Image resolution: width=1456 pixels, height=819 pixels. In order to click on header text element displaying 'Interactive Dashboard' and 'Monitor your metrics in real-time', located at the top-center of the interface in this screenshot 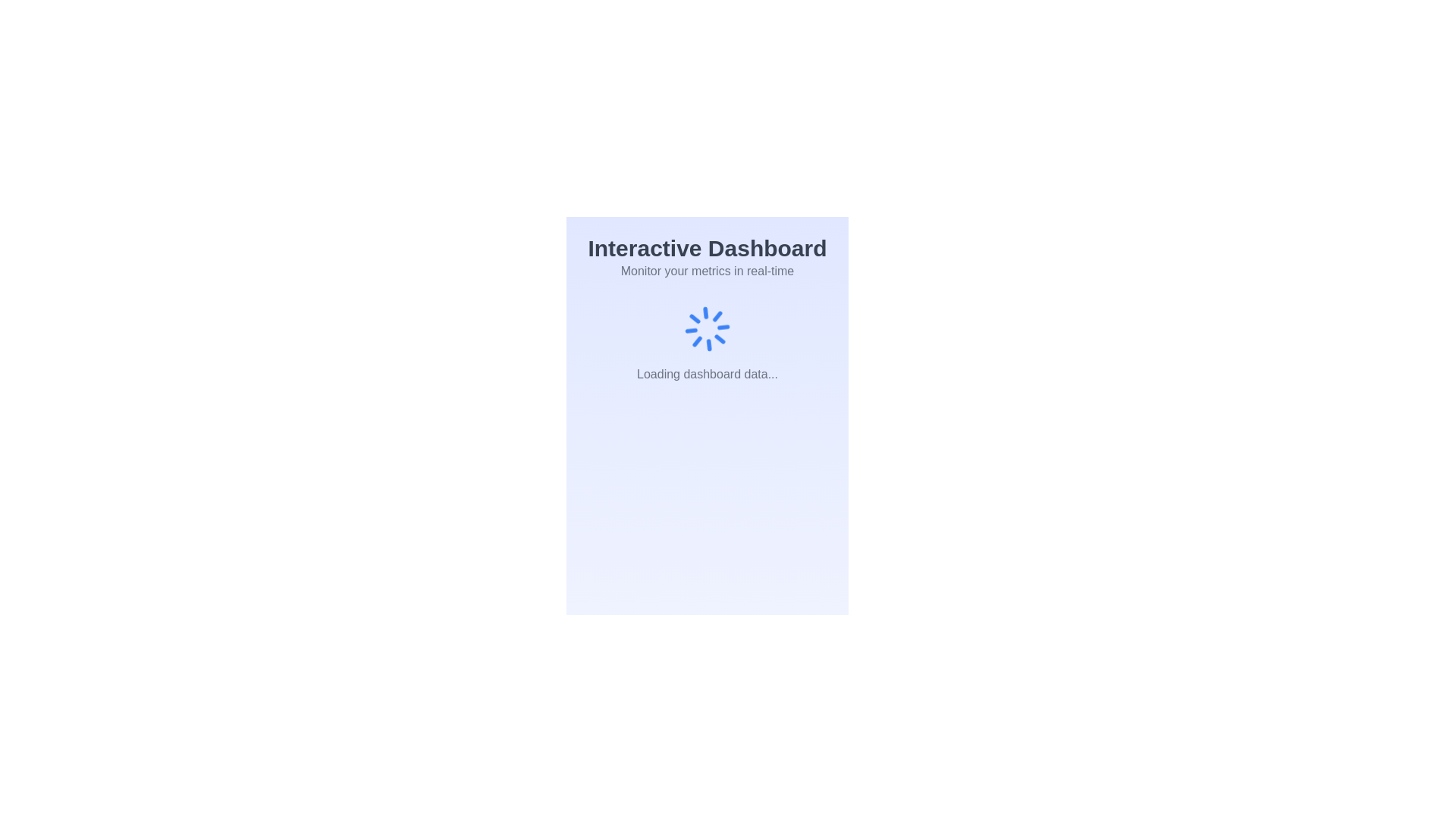, I will do `click(706, 256)`.